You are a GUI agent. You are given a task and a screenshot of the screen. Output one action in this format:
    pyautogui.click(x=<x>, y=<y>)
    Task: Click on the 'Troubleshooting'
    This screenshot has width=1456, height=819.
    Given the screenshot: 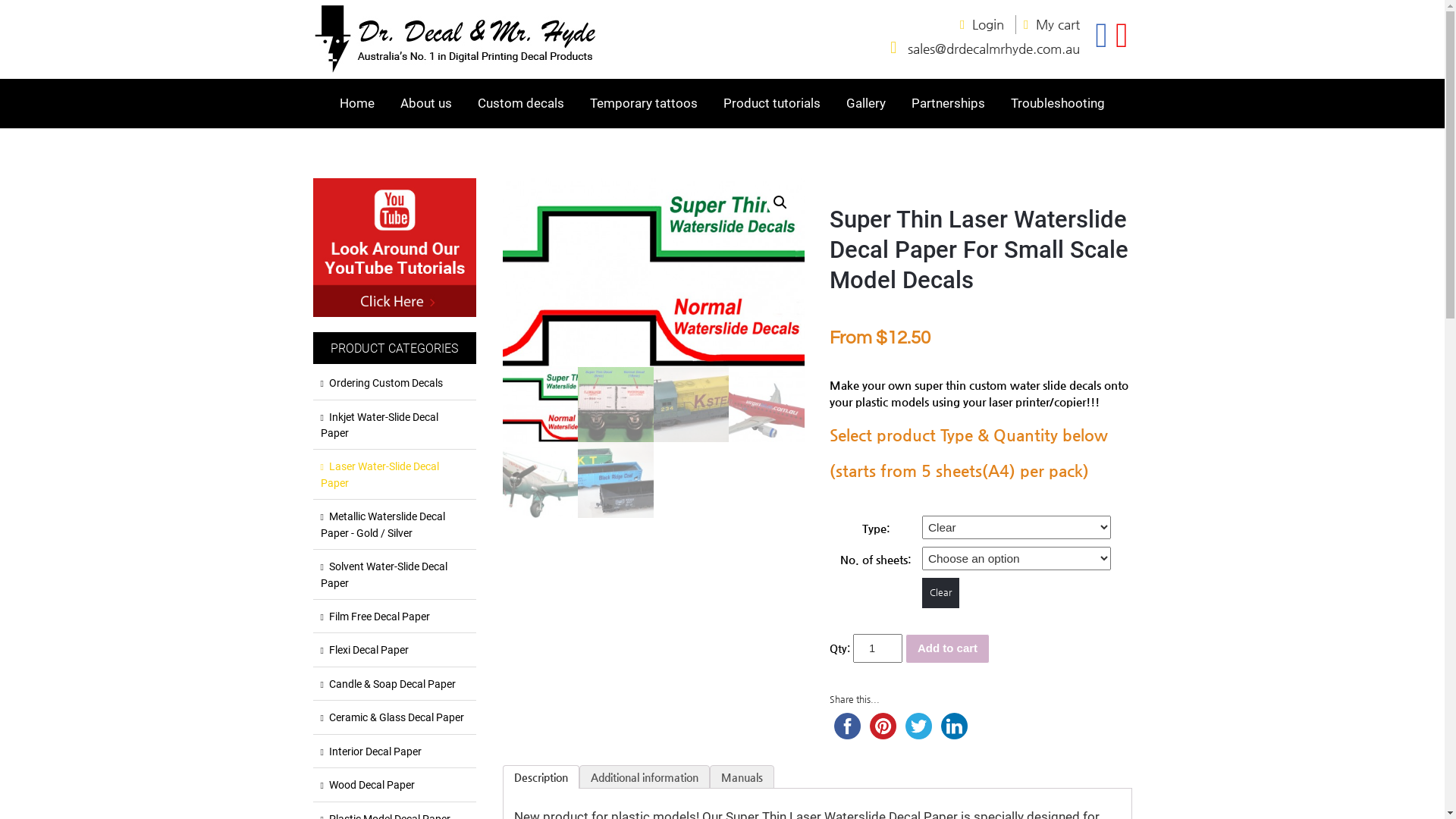 What is the action you would take?
    pyautogui.click(x=1057, y=102)
    